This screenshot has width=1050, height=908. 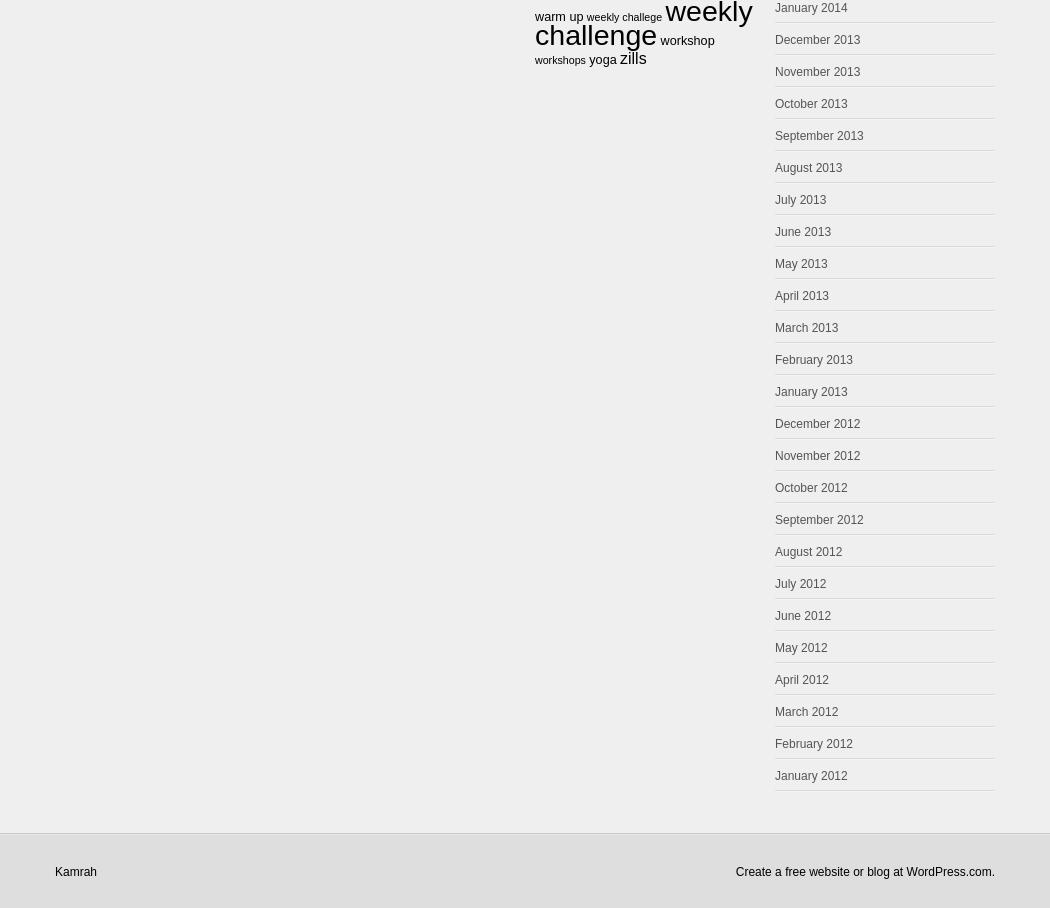 What do you see at coordinates (602, 59) in the screenshot?
I see `'yoga'` at bounding box center [602, 59].